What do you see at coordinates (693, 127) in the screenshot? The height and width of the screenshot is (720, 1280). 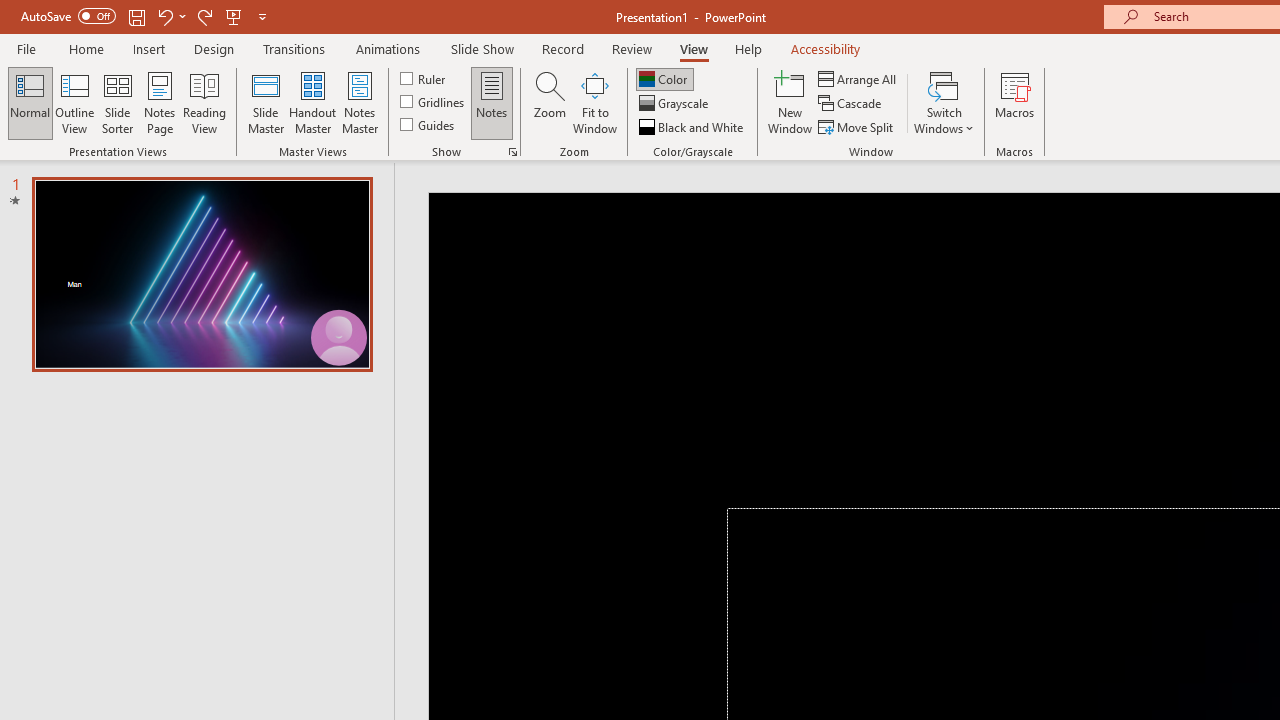 I see `'Black and White'` at bounding box center [693, 127].